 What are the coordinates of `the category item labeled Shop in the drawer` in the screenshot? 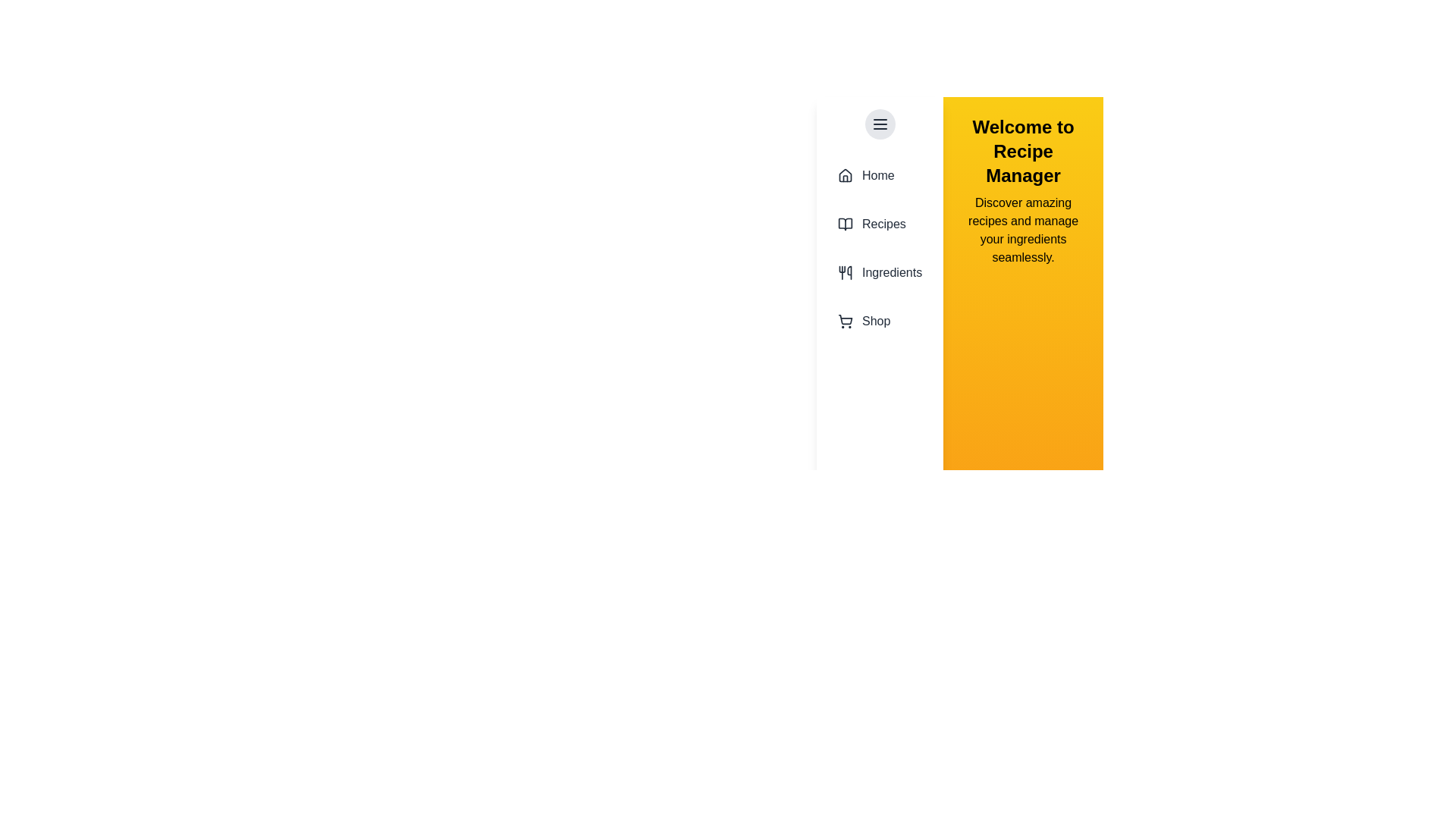 It's located at (880, 321).